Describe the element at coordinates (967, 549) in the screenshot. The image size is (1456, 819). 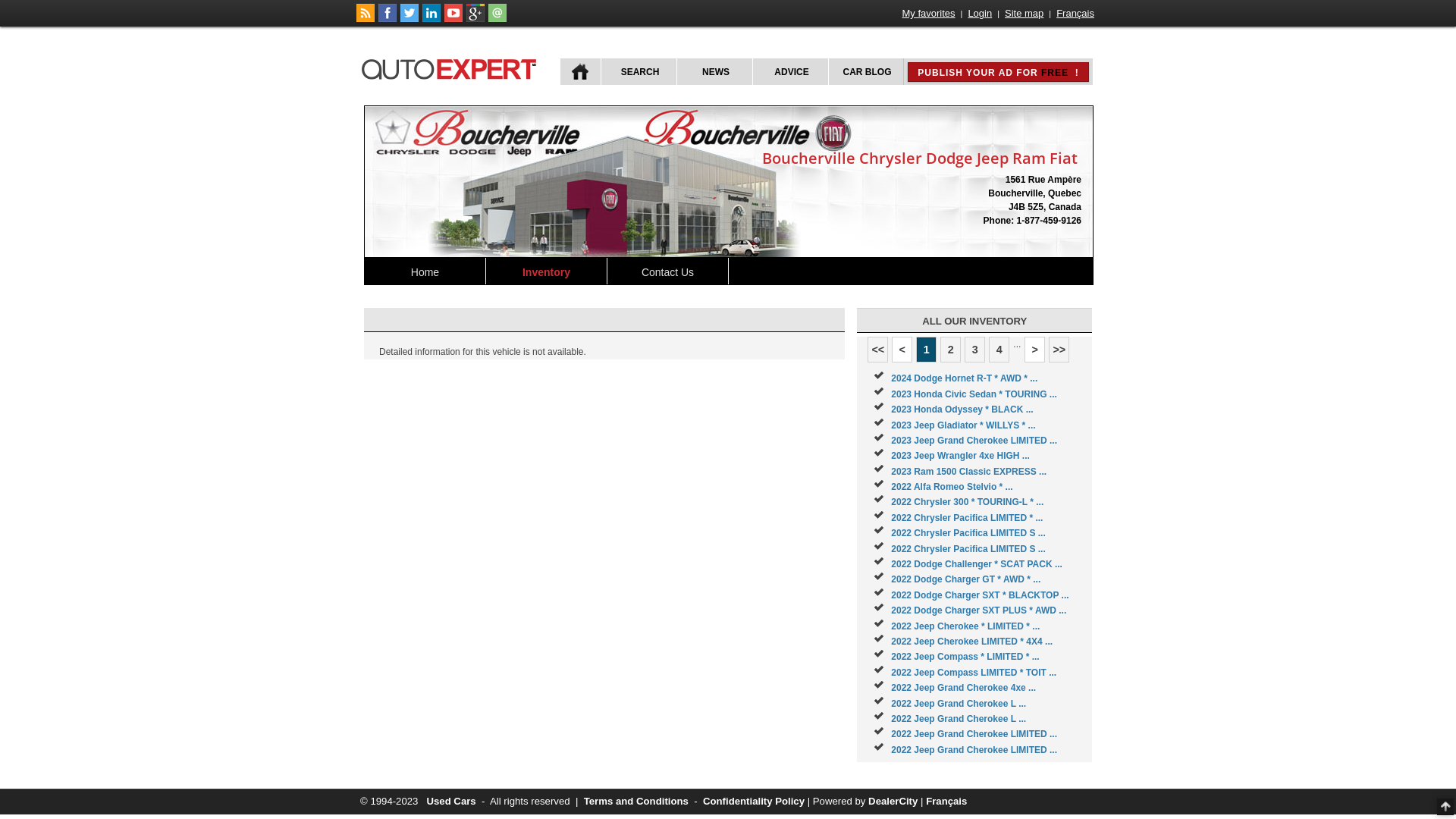
I see `'2022 Chrysler Pacifica LIMITED S ...'` at that location.